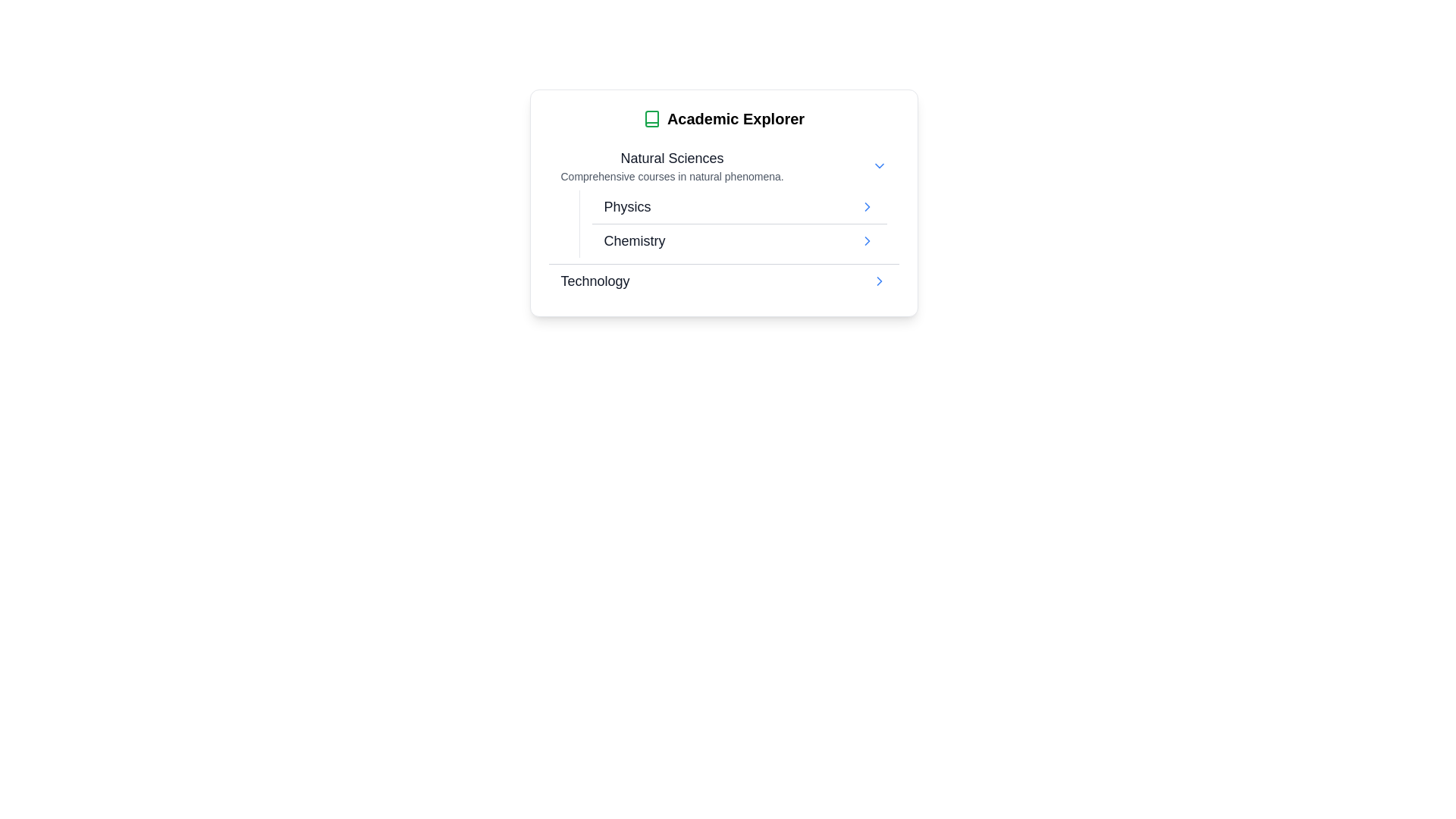 This screenshot has height=819, width=1456. Describe the element at coordinates (627, 207) in the screenshot. I see `the label that serves as an indicator for the selectable list item under the 'Natural Sciences' category, positioned at the topmost entry before 'Chemistry'` at that location.